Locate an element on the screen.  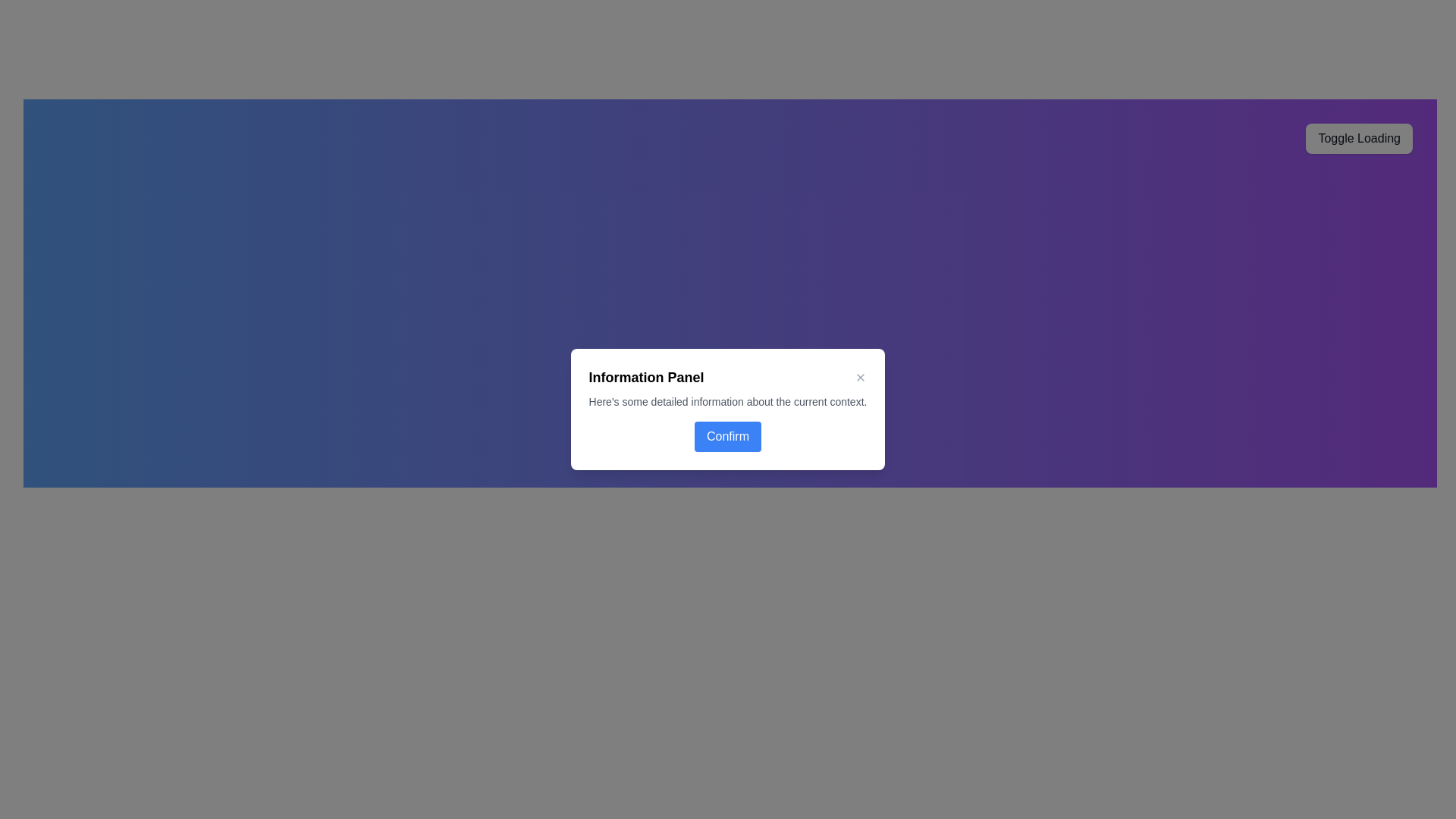
the static informational text element styled in gray font that reads 'Here's some detailed information about the current context.' located in the center of the white panel below the 'Information Panel' heading and above the 'Confirm' button is located at coordinates (728, 400).